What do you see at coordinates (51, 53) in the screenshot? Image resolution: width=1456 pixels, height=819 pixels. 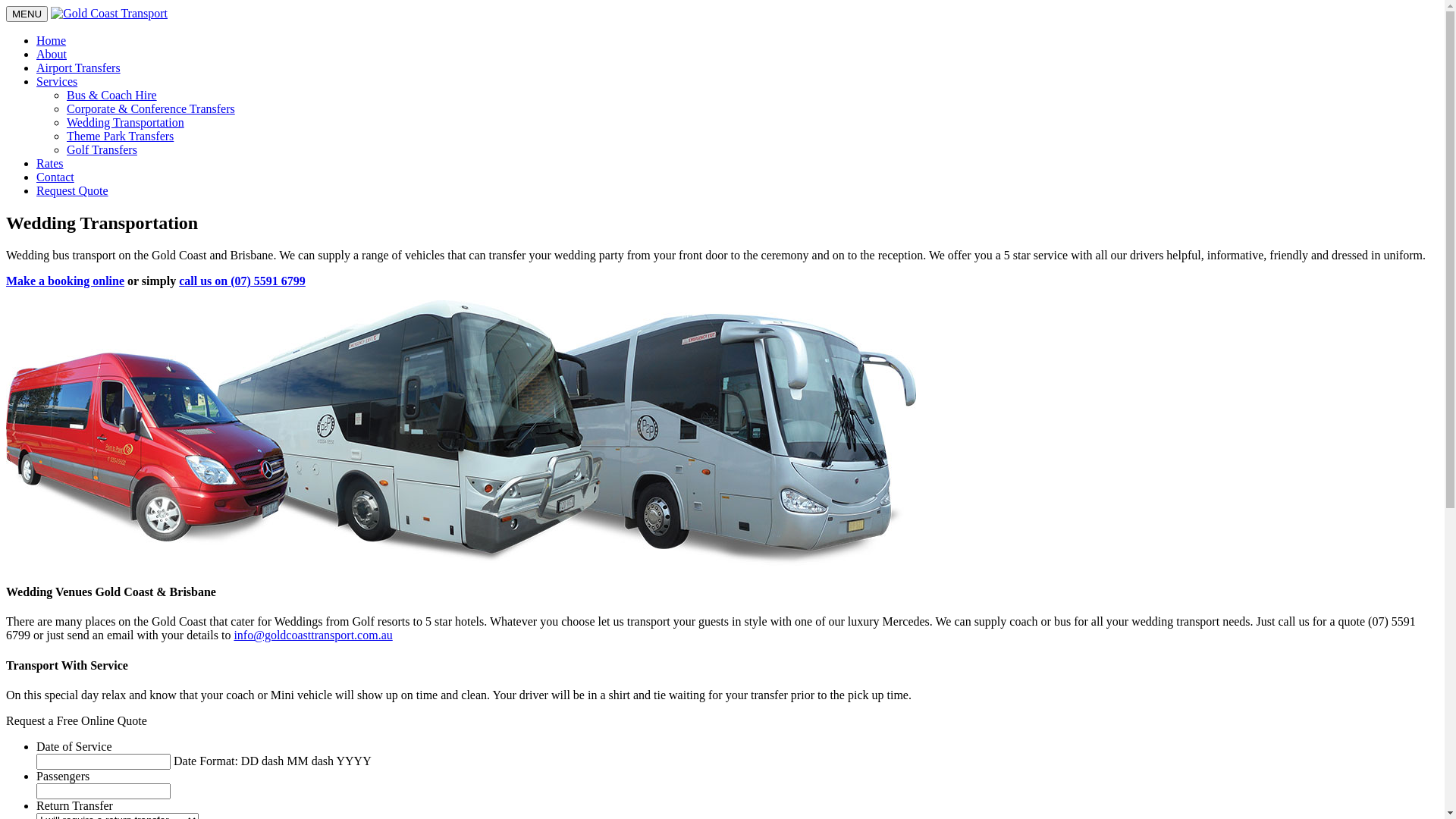 I see `'About'` at bounding box center [51, 53].